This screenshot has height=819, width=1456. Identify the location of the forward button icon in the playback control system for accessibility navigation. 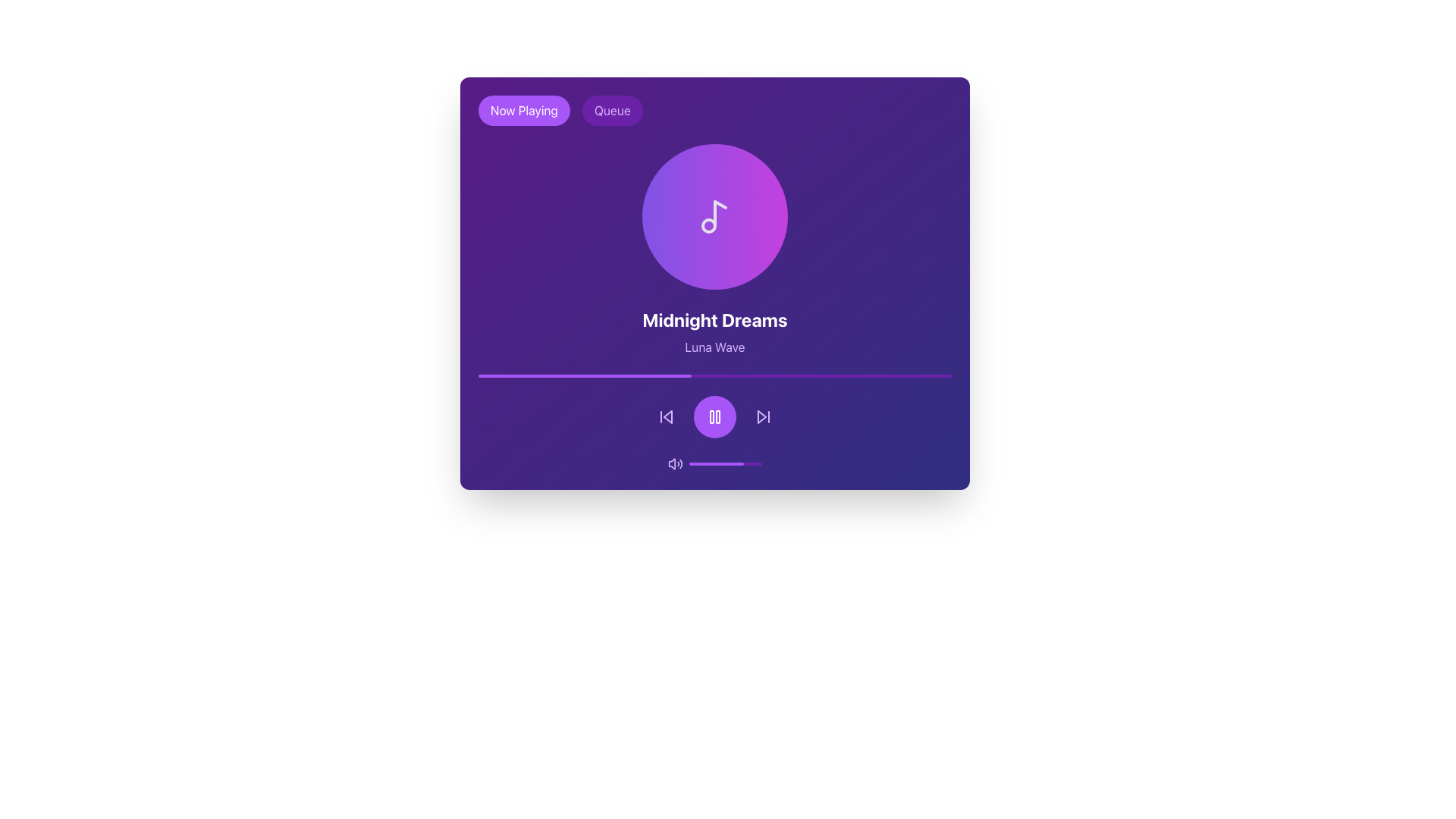
(761, 417).